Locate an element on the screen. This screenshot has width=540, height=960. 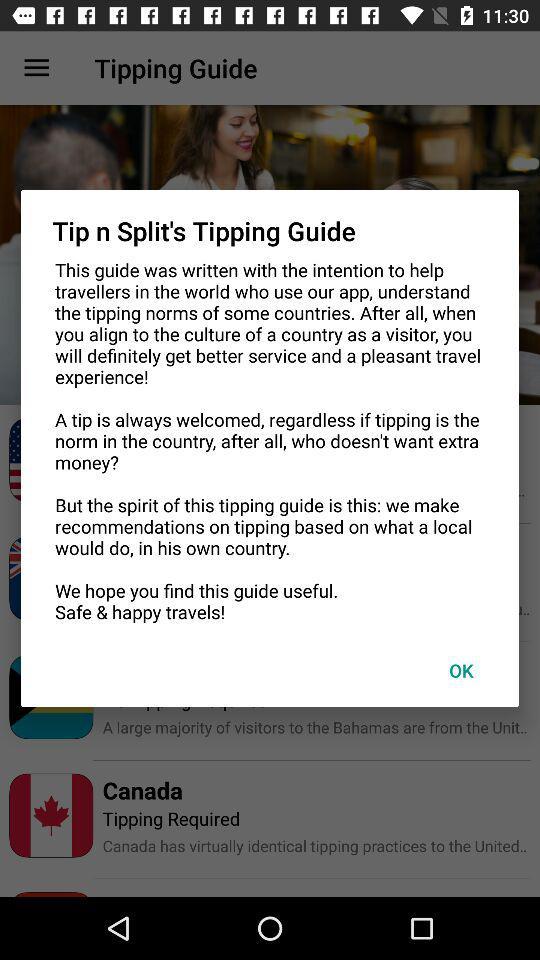
the icon below this guide was is located at coordinates (461, 670).